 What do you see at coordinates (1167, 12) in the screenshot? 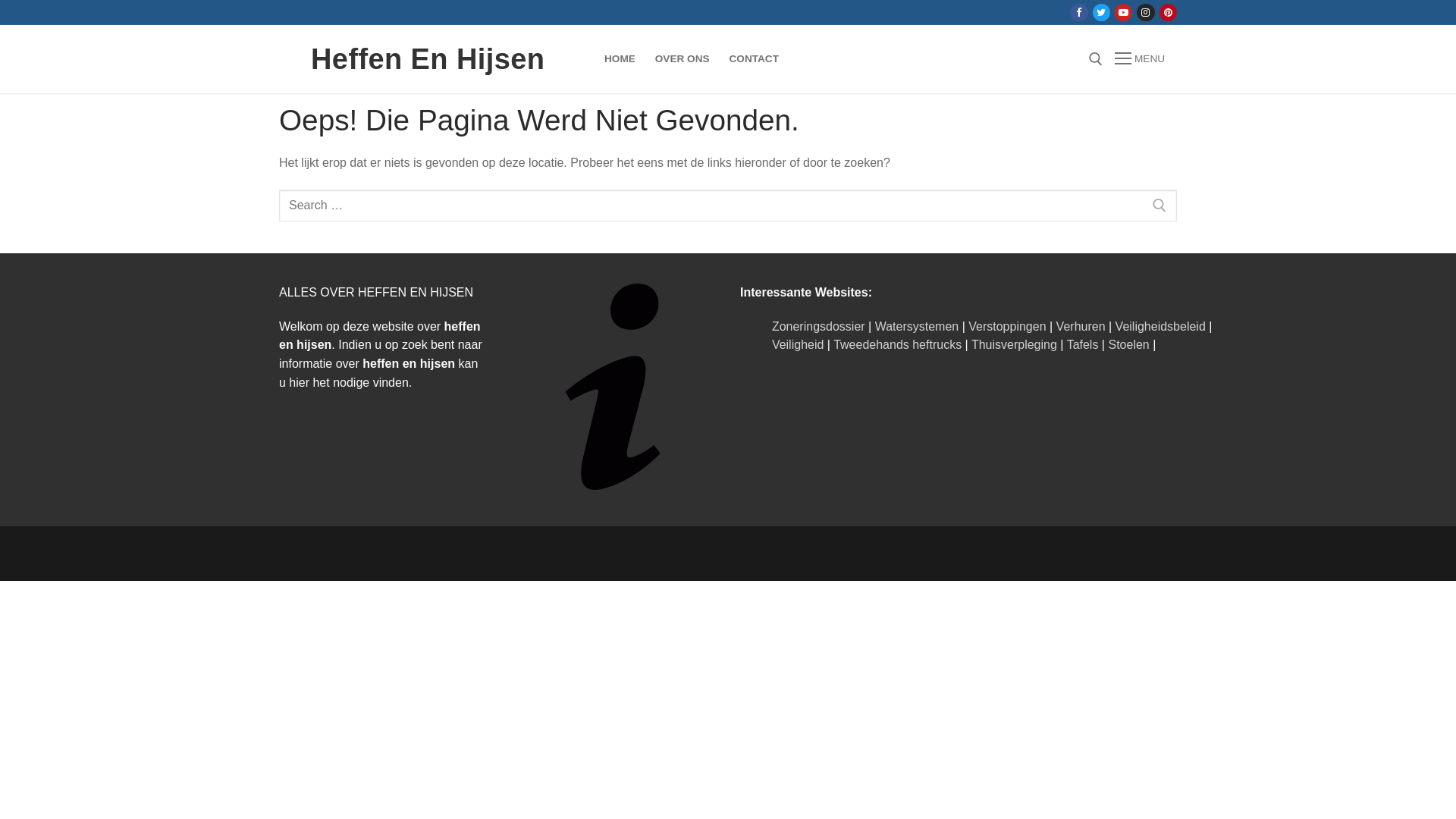
I see `'Pinterest'` at bounding box center [1167, 12].